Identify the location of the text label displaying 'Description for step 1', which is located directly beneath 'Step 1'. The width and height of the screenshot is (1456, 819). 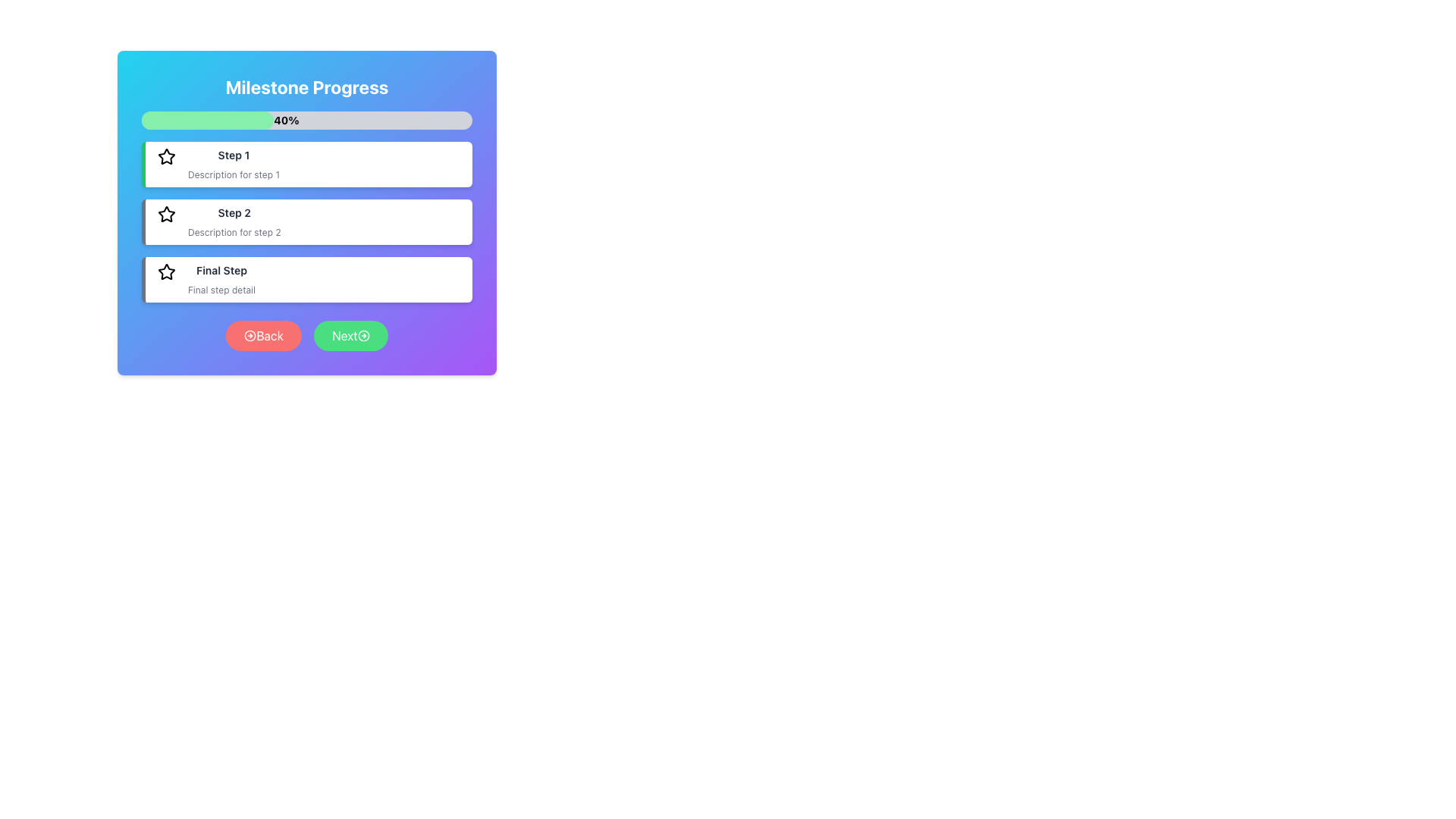
(233, 174).